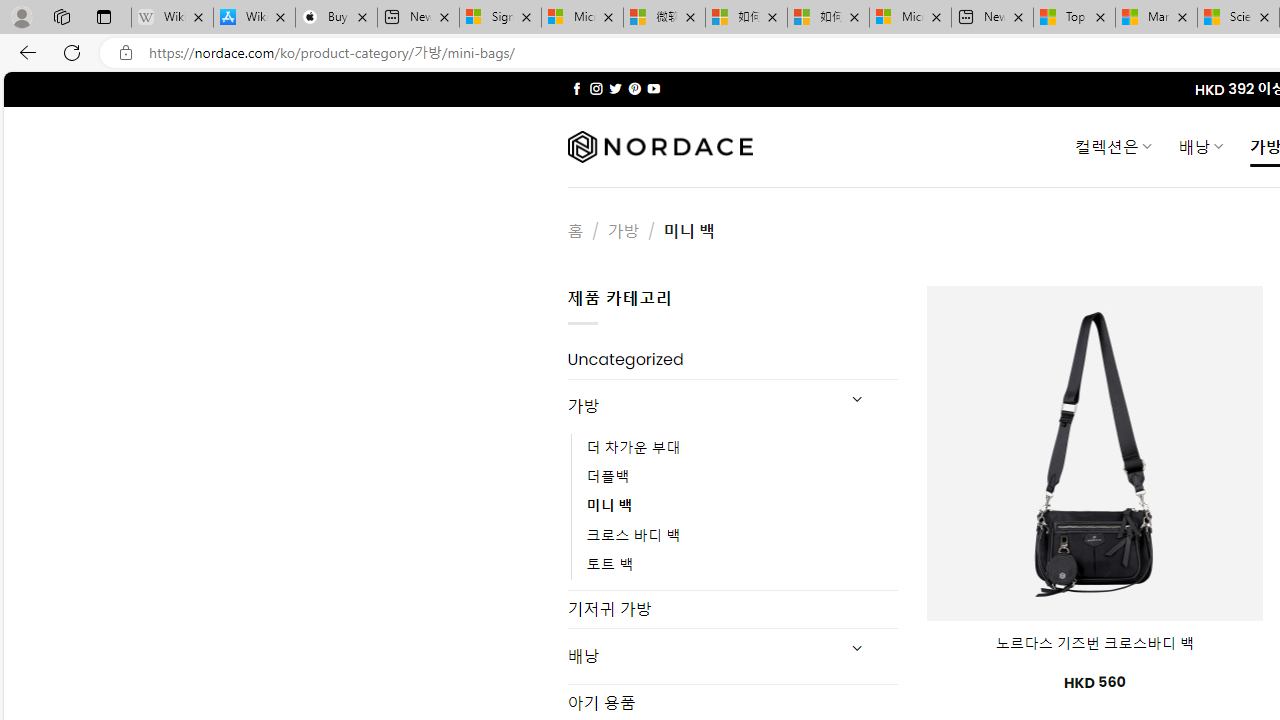 The height and width of the screenshot is (720, 1280). Describe the element at coordinates (500, 17) in the screenshot. I see `'Sign in to your Microsoft account'` at that location.